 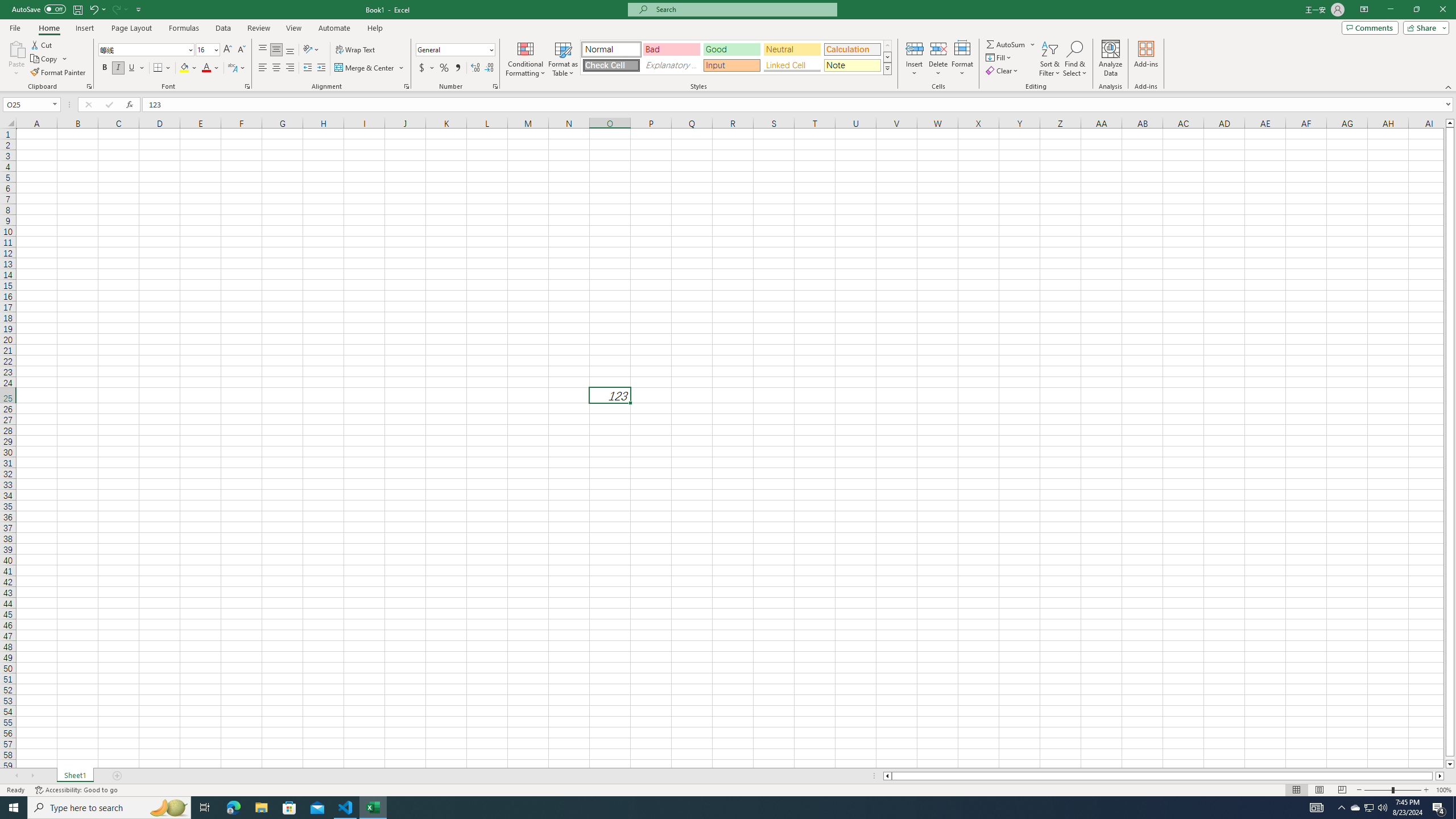 I want to click on 'Font Color', so click(x=210, y=67).